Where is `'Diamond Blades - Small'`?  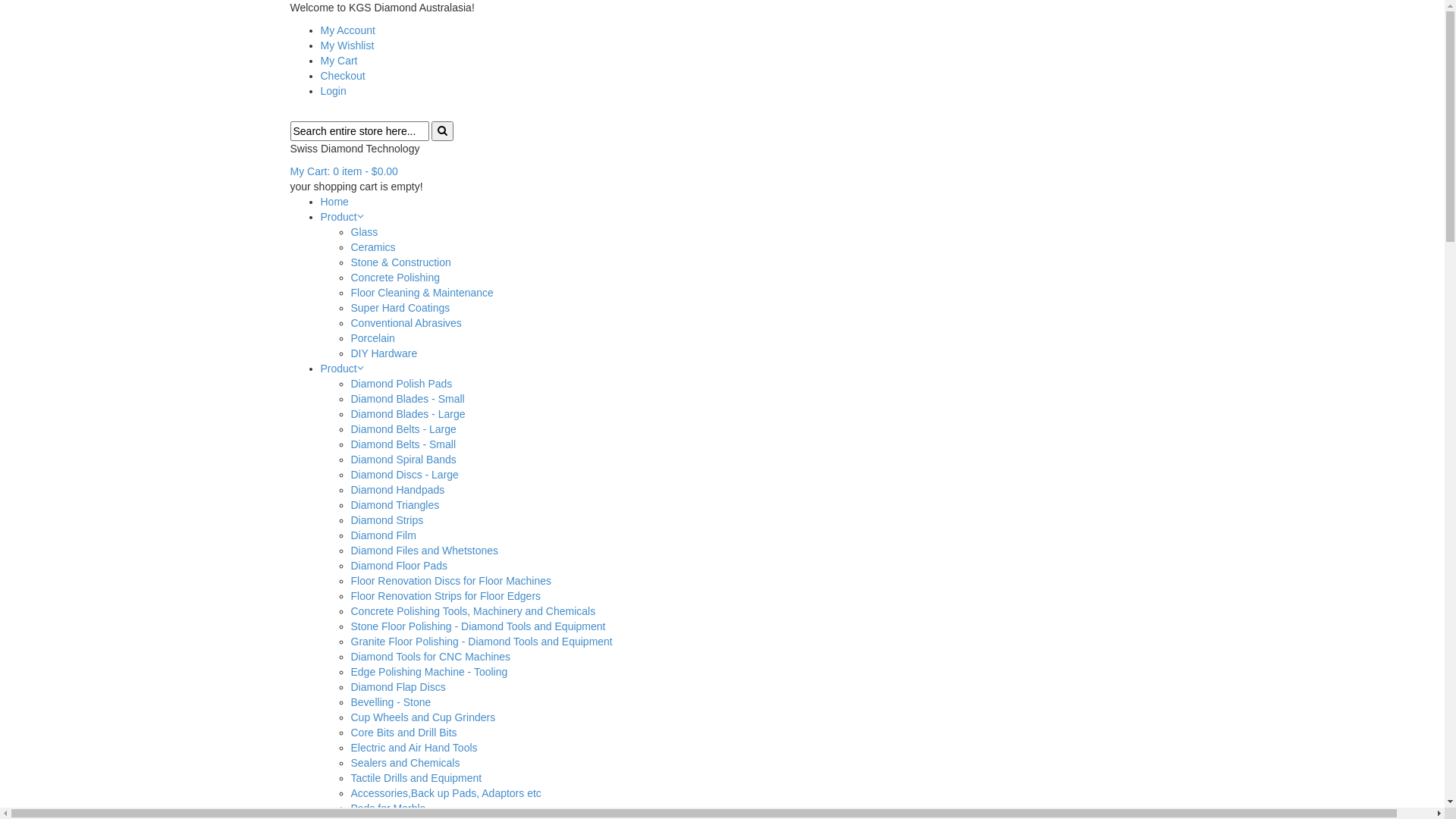
'Diamond Blades - Small' is located at coordinates (407, 397).